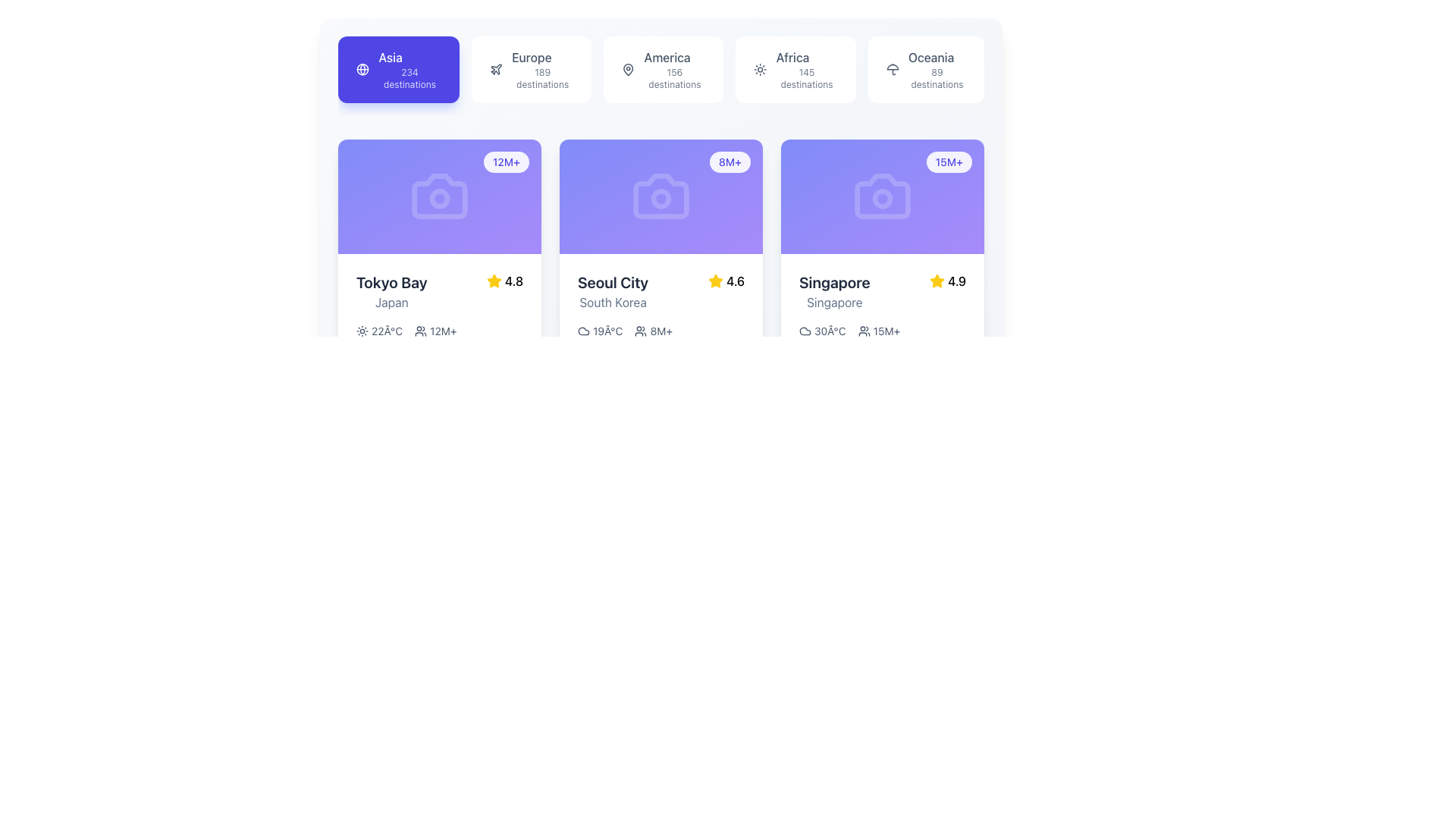 The width and height of the screenshot is (1456, 819). What do you see at coordinates (421, 330) in the screenshot?
I see `the small gray icon representing a group of people, located to the left of the text '12M+' in the bottom section of the 'Tokyo Bay' information card` at bounding box center [421, 330].